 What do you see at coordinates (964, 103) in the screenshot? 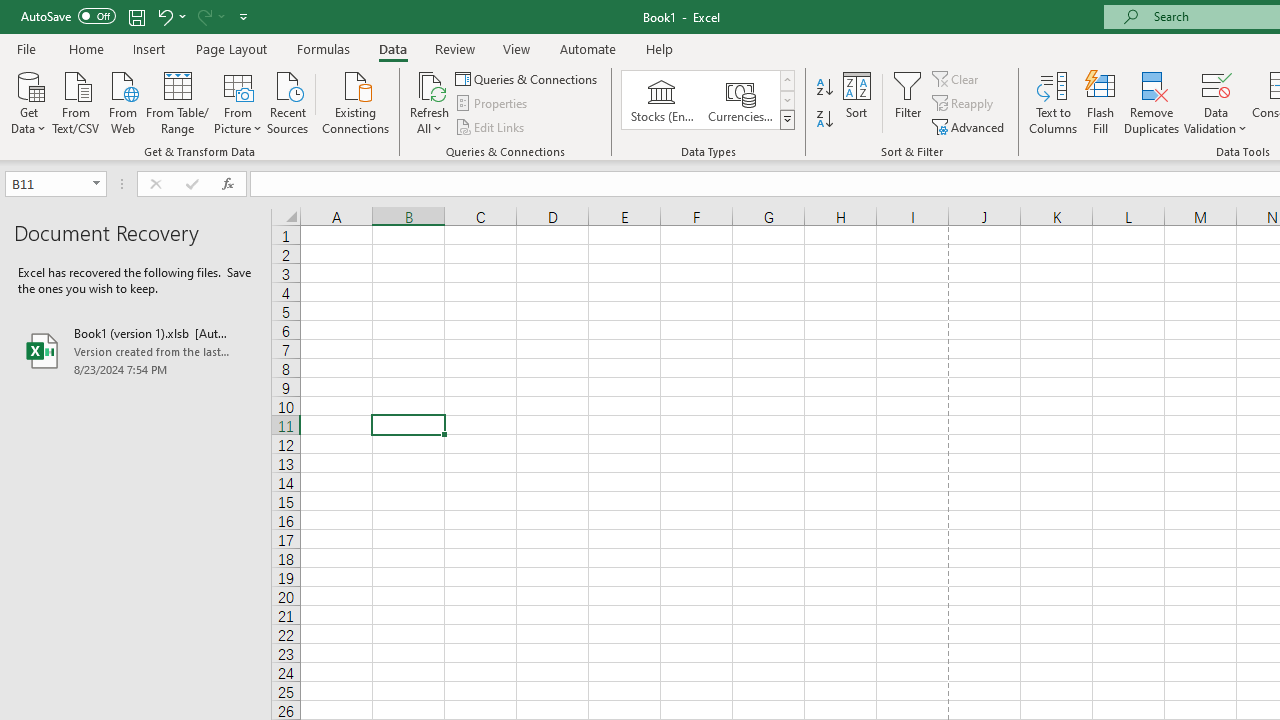
I see `'Reapply'` at bounding box center [964, 103].